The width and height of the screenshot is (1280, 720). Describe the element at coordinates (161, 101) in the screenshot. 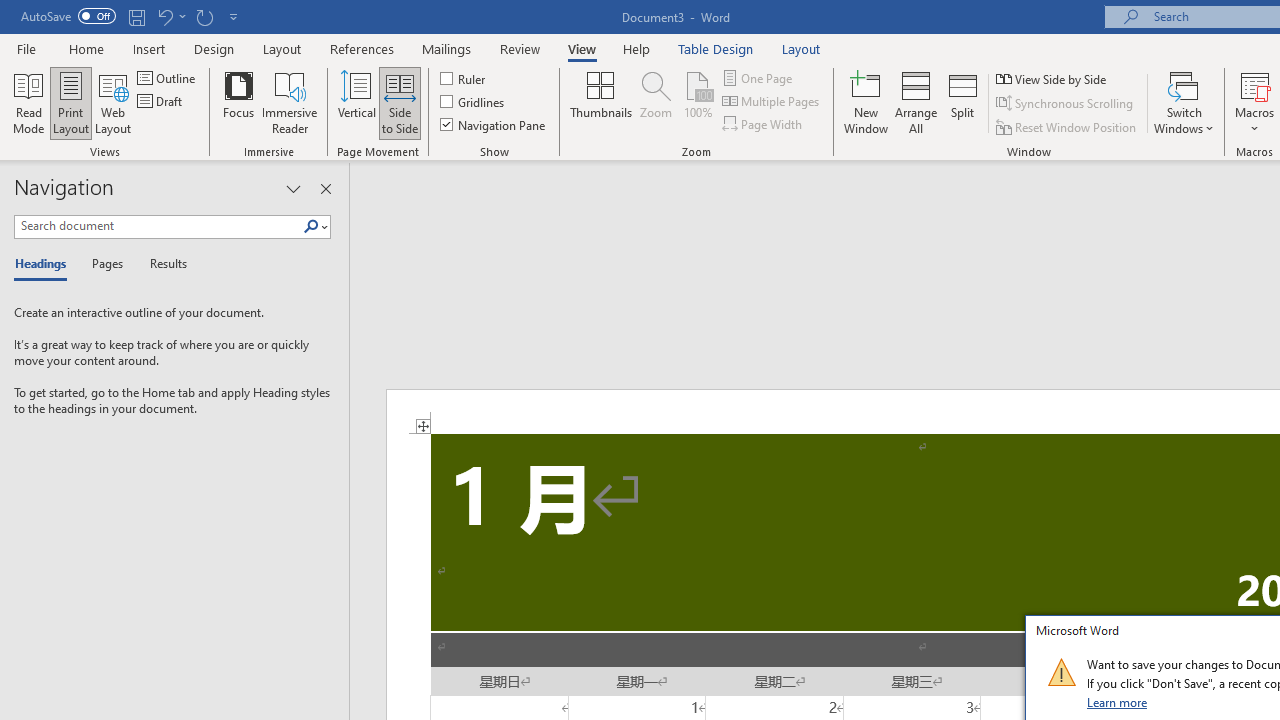

I see `'Draft'` at that location.